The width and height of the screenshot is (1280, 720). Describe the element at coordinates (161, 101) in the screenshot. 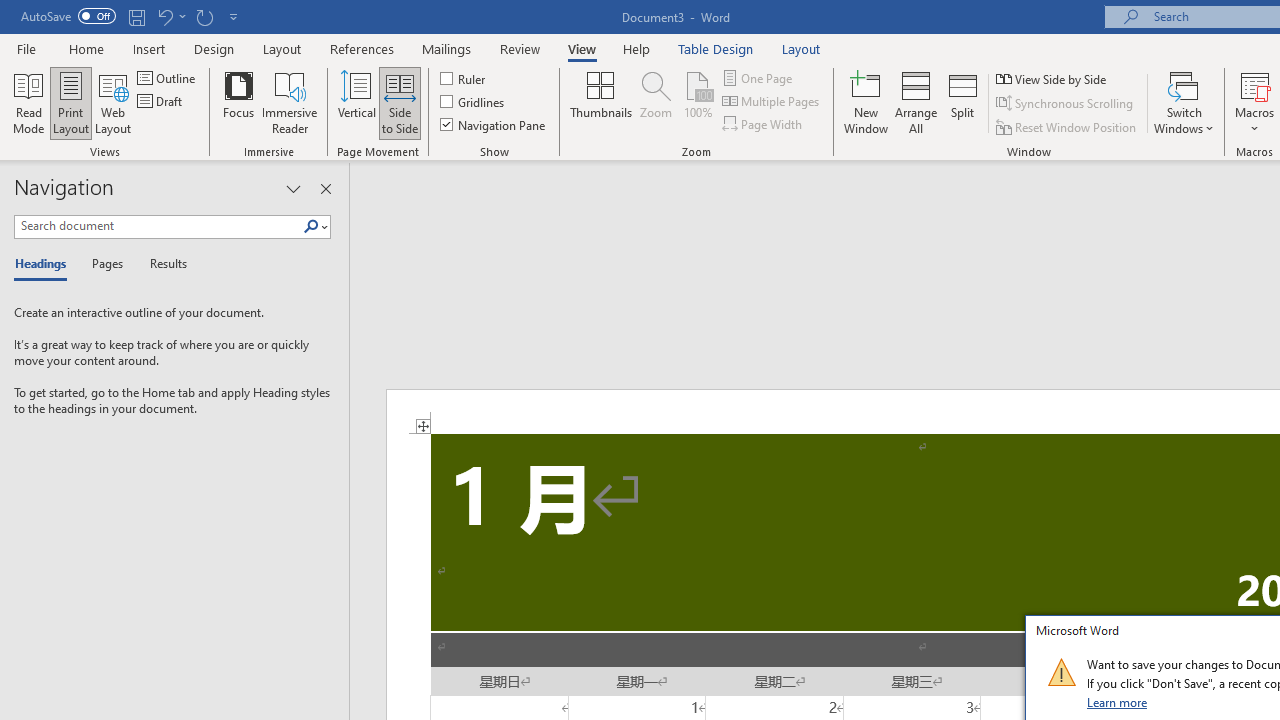

I see `'Draft'` at that location.